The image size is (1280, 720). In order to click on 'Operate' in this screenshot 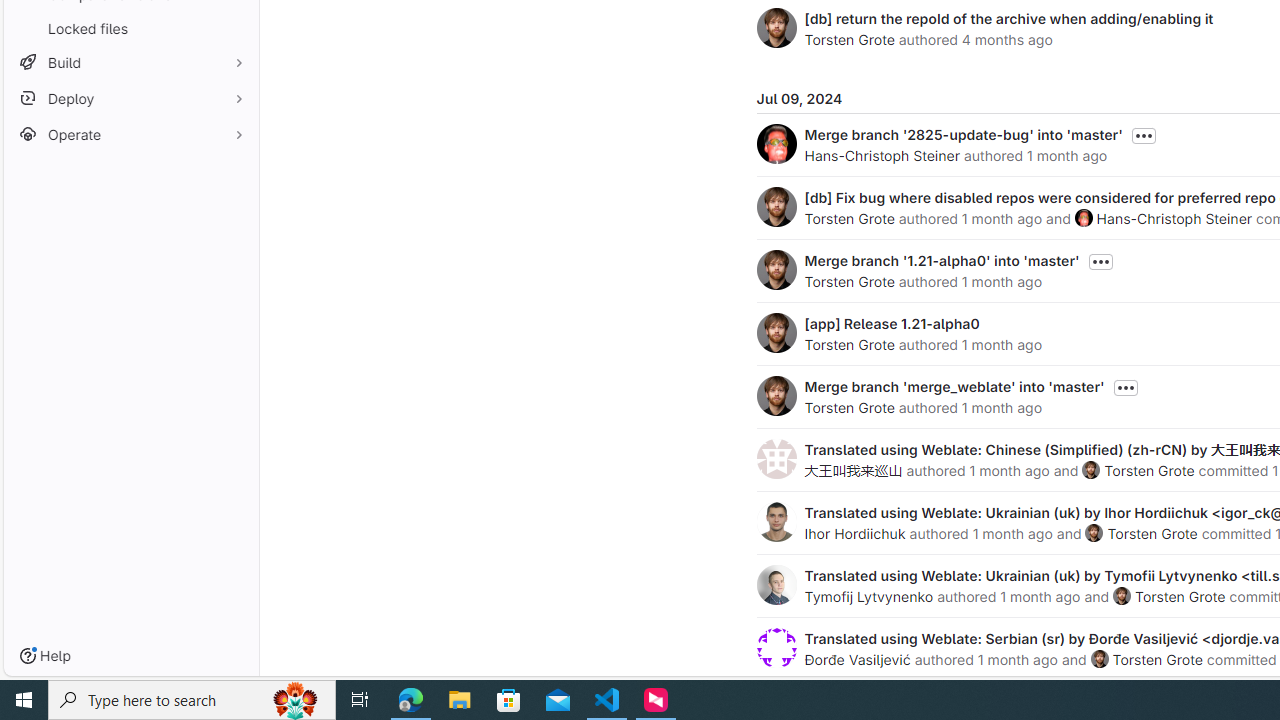, I will do `click(130, 134)`.